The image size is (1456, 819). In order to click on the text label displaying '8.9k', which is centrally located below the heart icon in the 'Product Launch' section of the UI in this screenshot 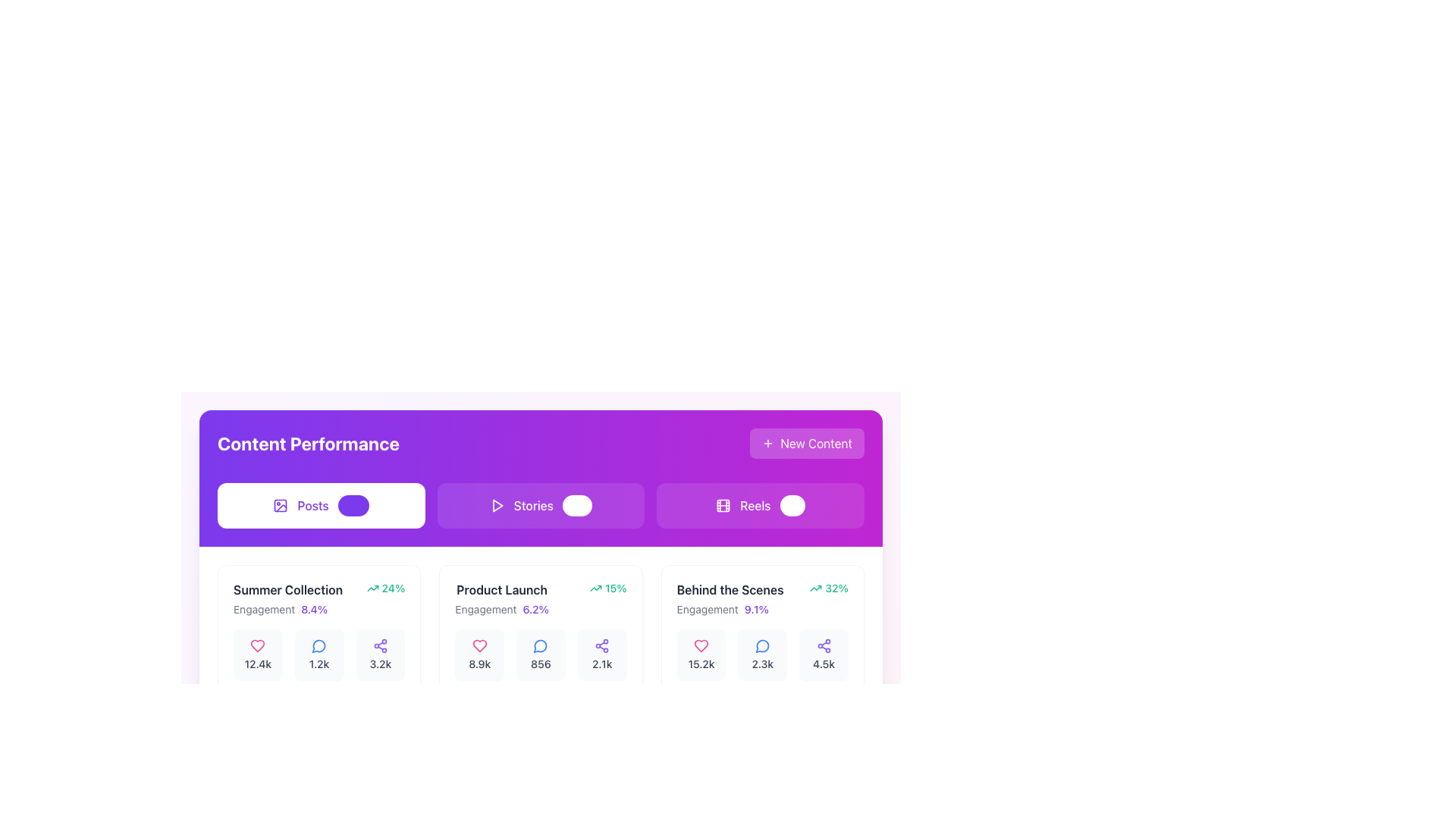, I will do `click(479, 663)`.